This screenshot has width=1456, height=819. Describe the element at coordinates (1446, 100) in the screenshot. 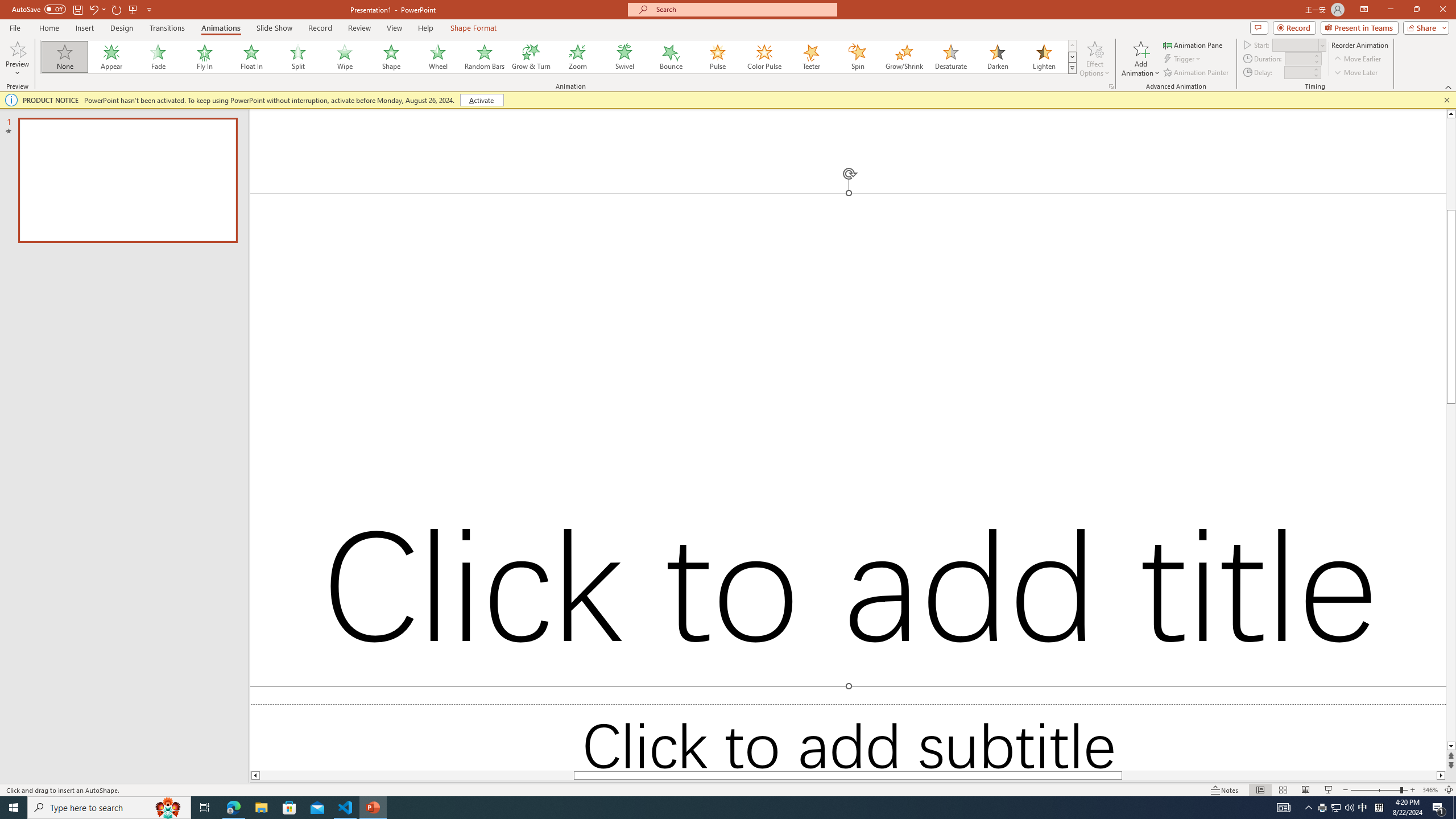

I see `'Close this message'` at that location.